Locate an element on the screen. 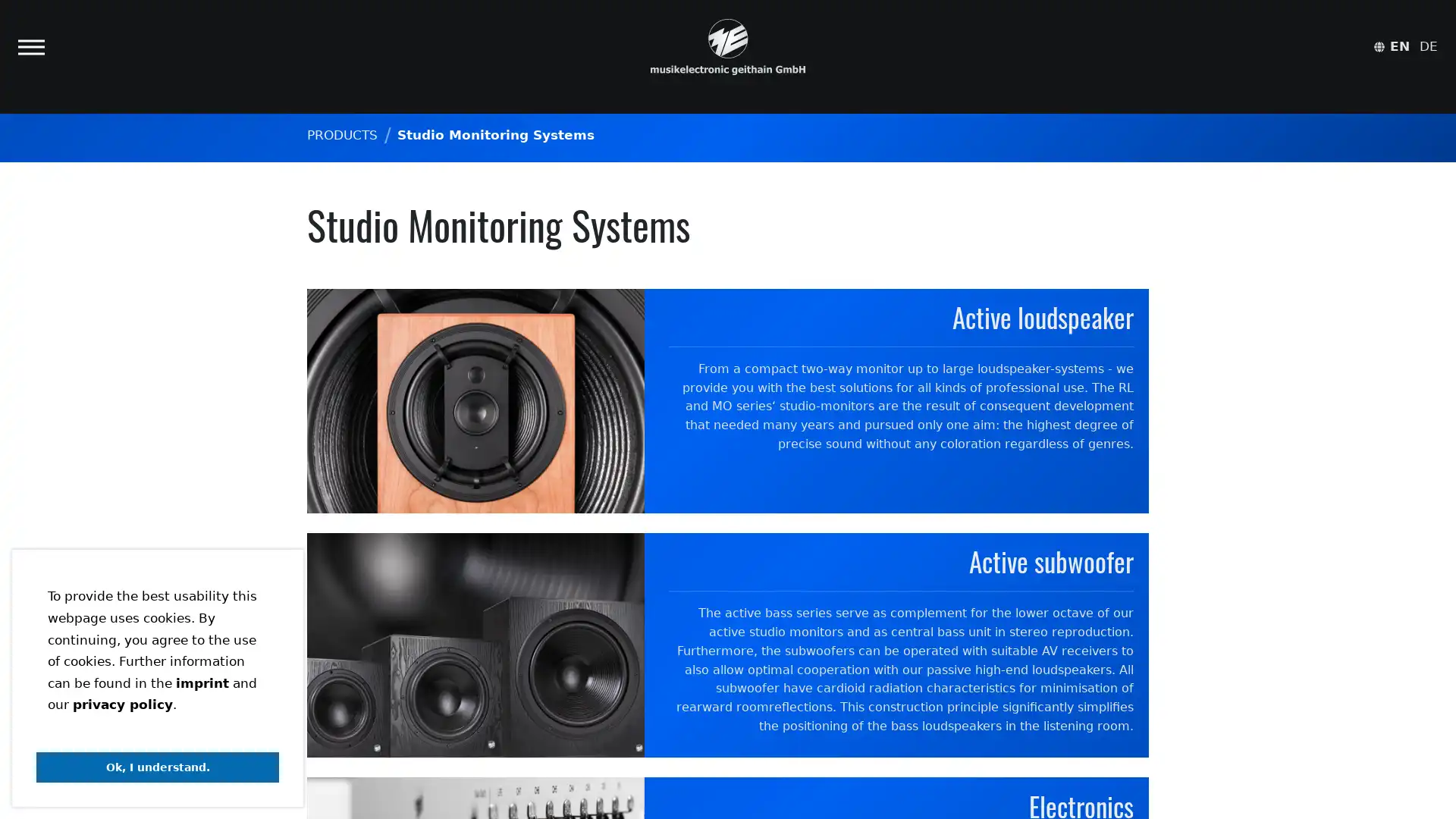  dismiss cookie message is located at coordinates (157, 767).